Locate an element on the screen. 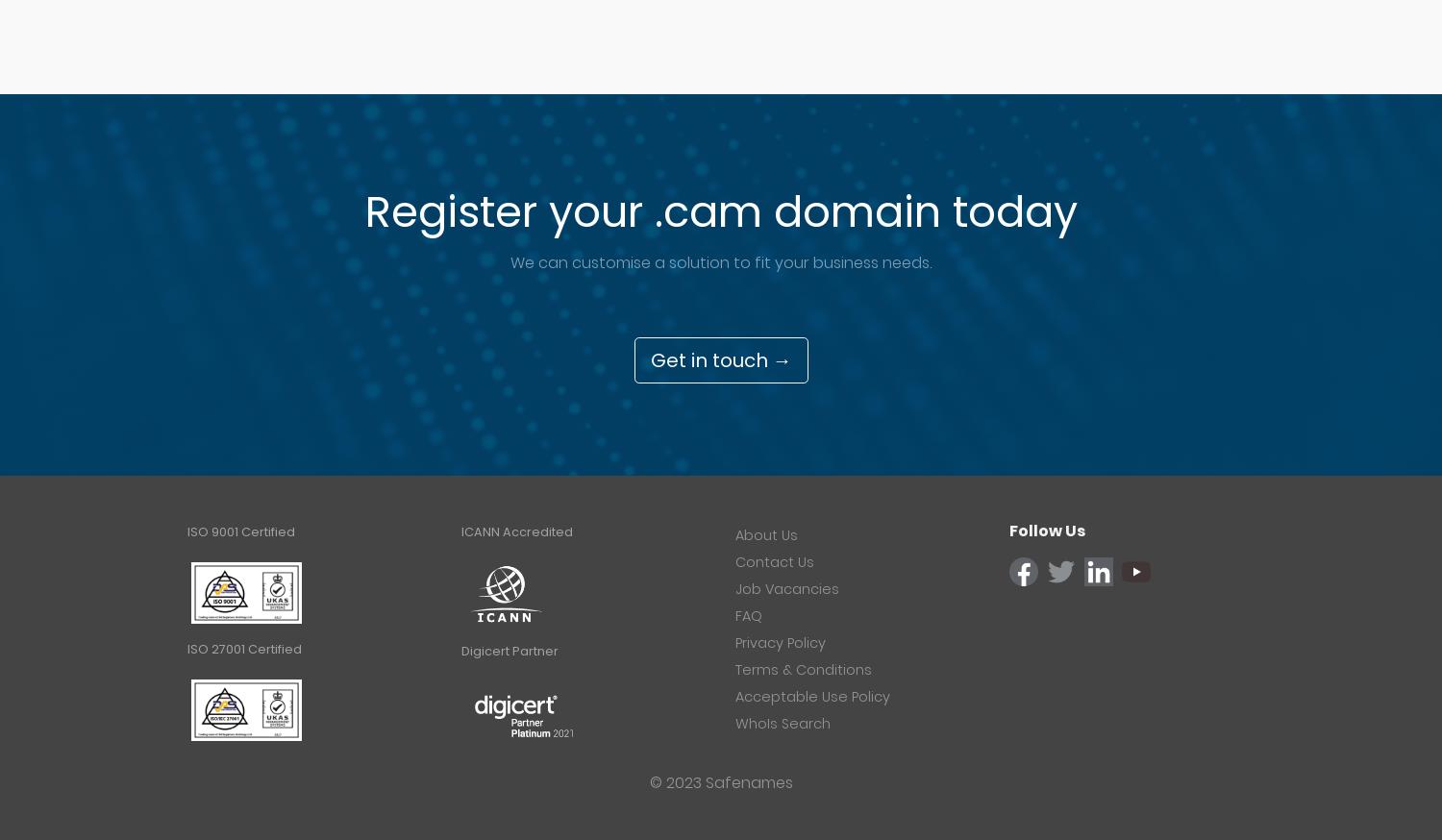 This screenshot has height=840, width=1442. 'Terms & Conditions' is located at coordinates (735, 668).